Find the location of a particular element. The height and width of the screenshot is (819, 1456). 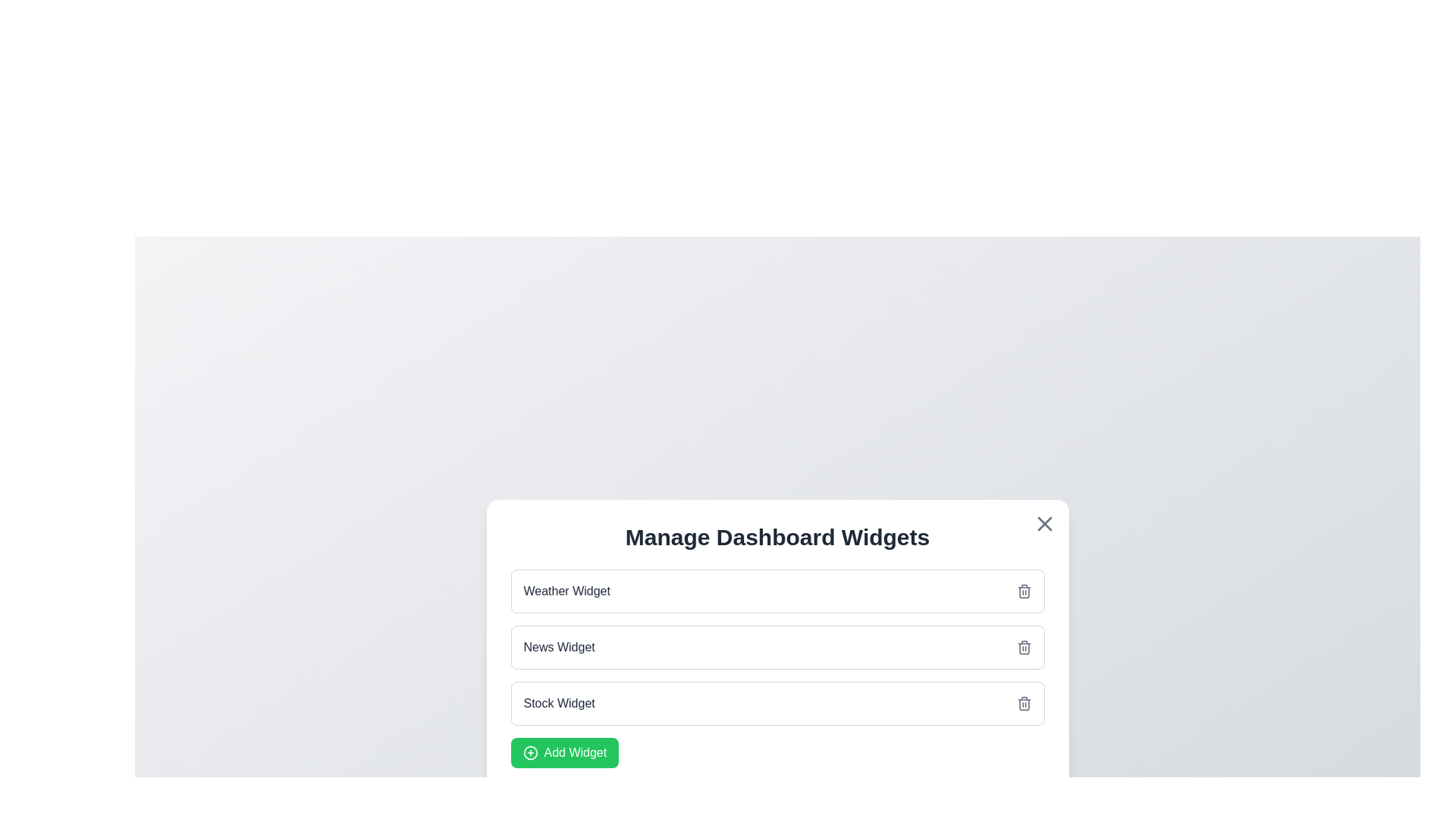

the delete button for the widget named Stock Widget is located at coordinates (1024, 704).